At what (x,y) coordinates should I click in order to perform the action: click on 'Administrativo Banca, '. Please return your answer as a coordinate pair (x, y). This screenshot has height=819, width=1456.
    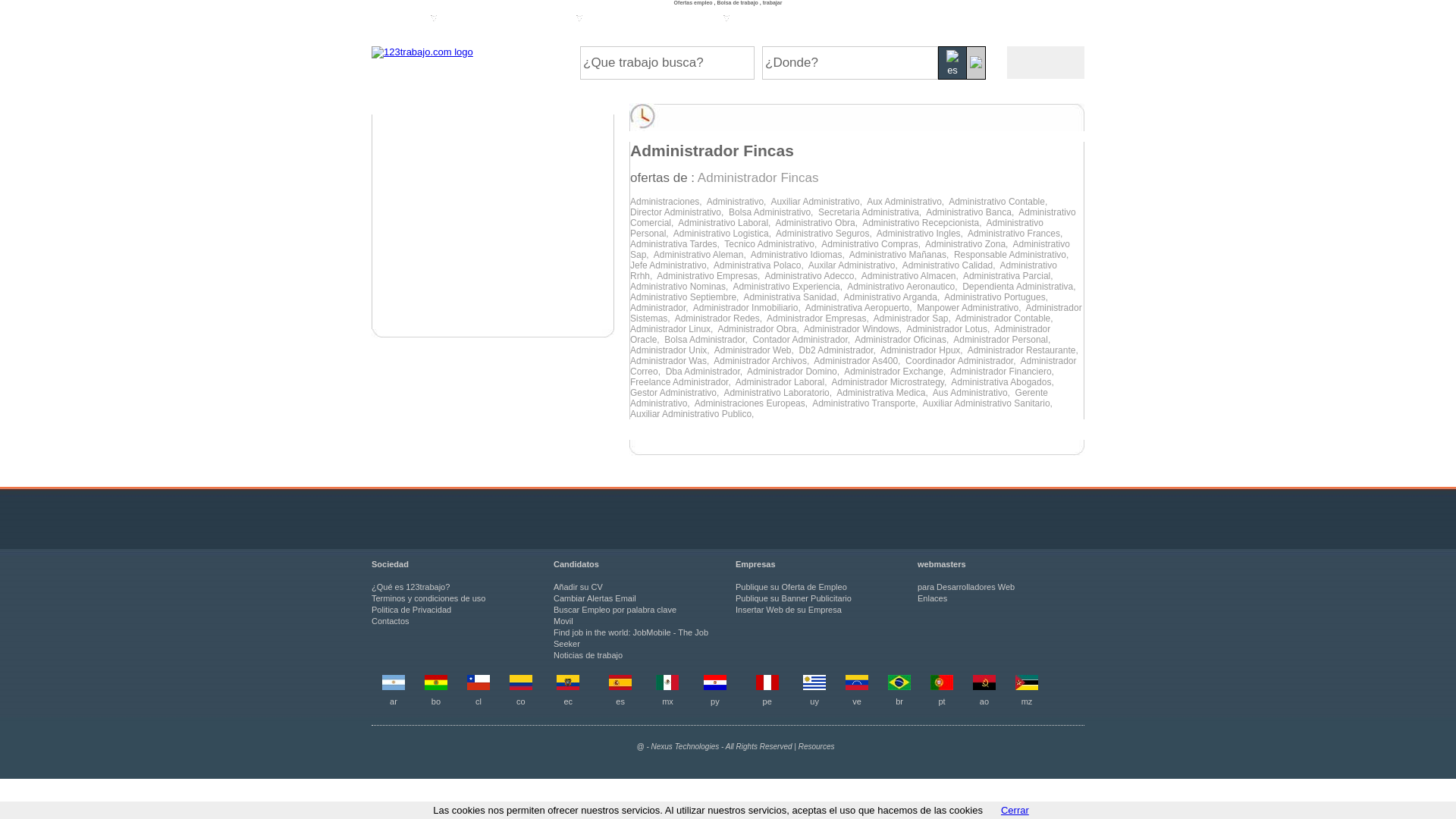
    Looking at the image, I should click on (971, 212).